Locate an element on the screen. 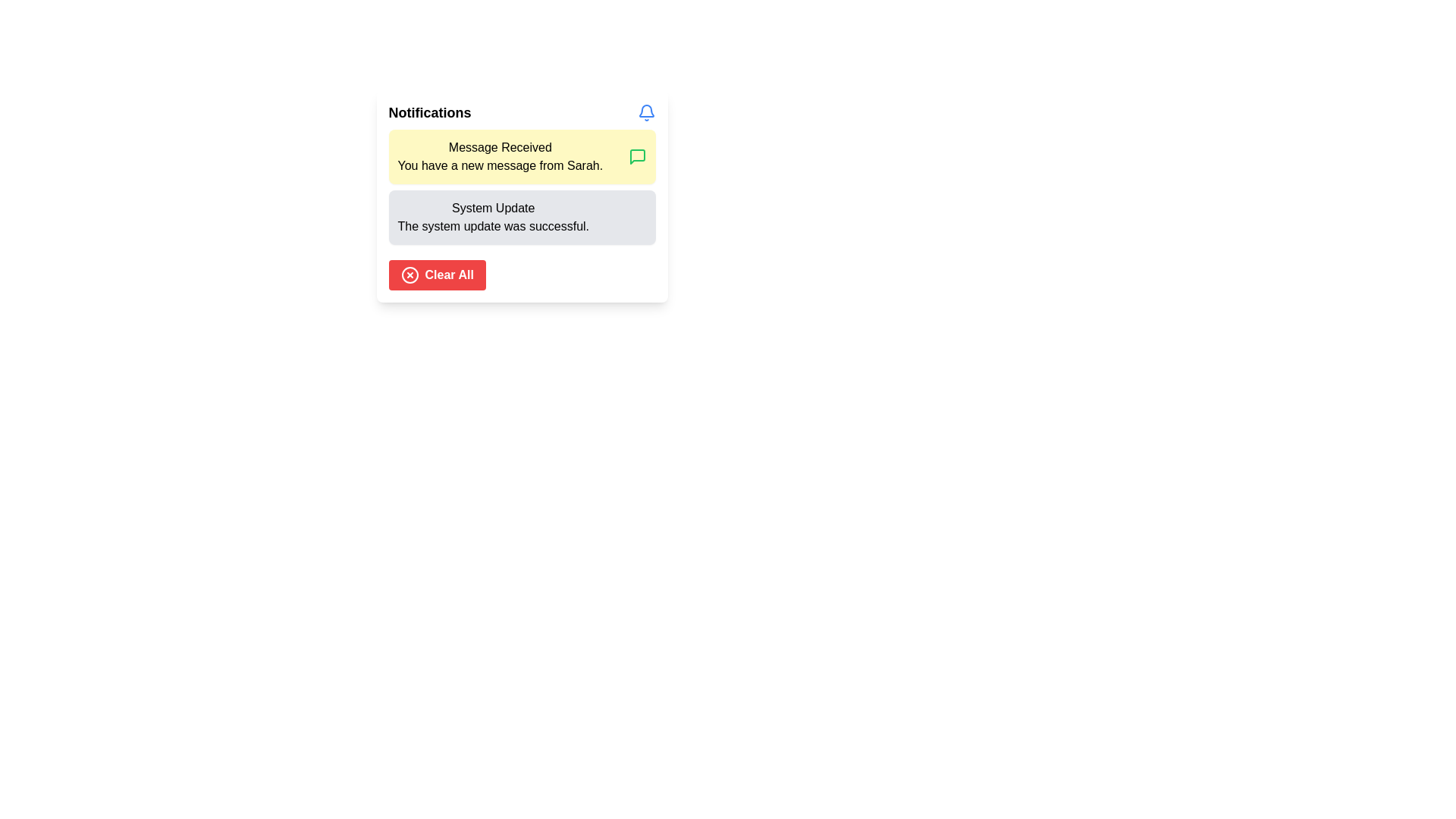  the 'System Update' text label, which is bold and larger than the text below it, located within the notification card under 'Notifications' is located at coordinates (493, 208).